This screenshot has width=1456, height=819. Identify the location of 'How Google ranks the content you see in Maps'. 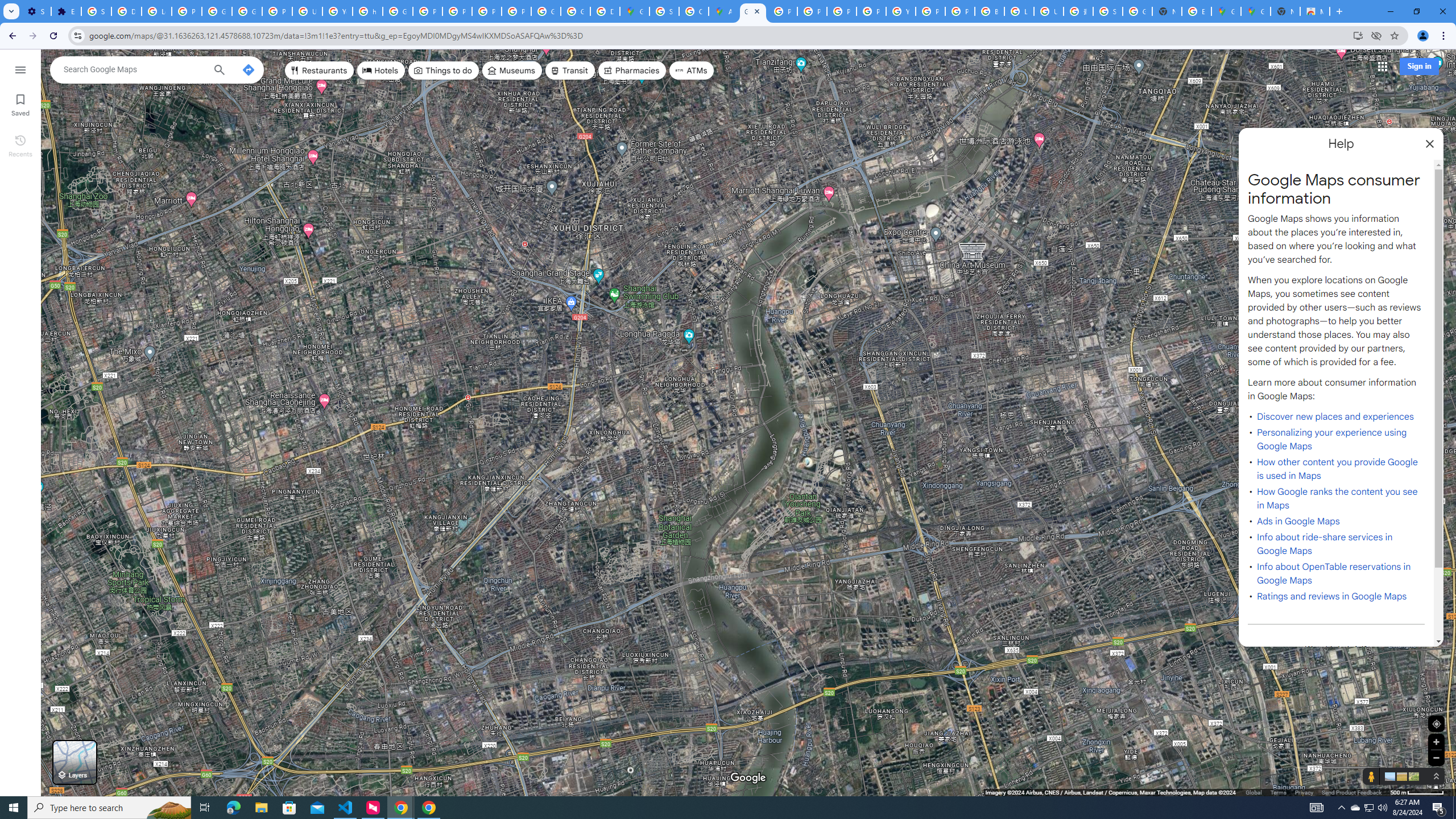
(1337, 498).